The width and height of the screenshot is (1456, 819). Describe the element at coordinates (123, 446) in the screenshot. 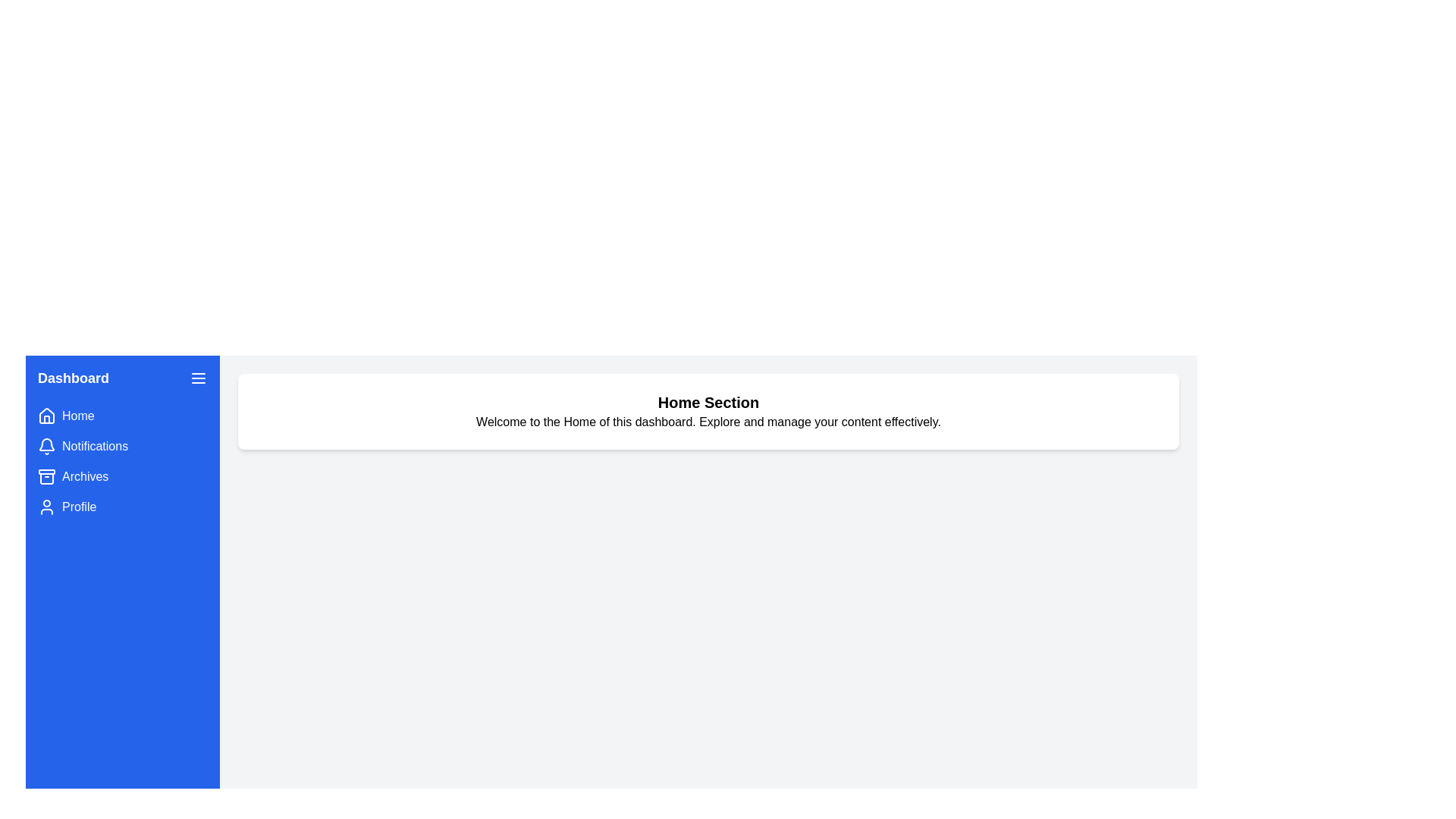

I see `the 'Notifications' navigational item, which features a bell icon and is located in the blue navigation sidebar, positioned as the second item below 'Home'` at that location.